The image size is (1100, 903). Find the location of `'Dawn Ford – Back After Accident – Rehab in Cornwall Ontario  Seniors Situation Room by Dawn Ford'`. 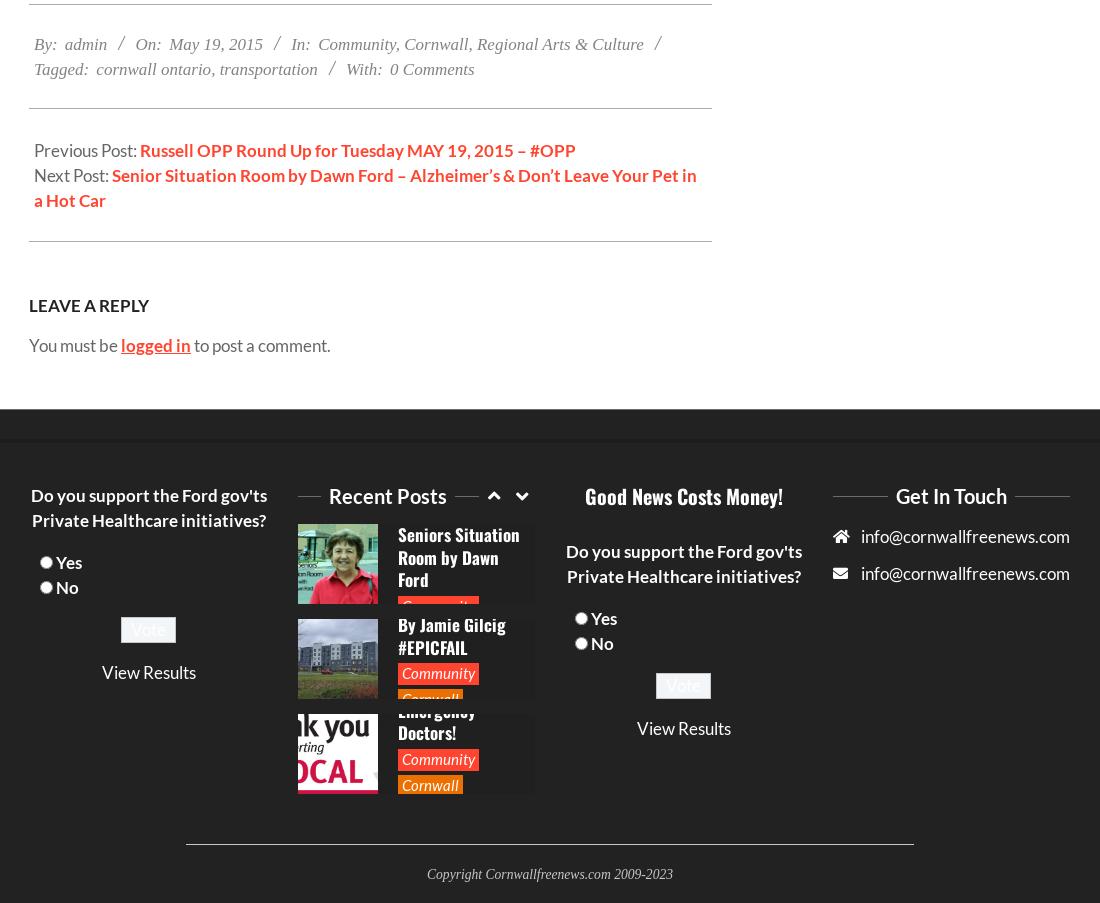

'Dawn Ford – Back After Accident – Rehab in Cornwall Ontario  Seniors Situation Room by Dawn Ford' is located at coordinates (396, 511).